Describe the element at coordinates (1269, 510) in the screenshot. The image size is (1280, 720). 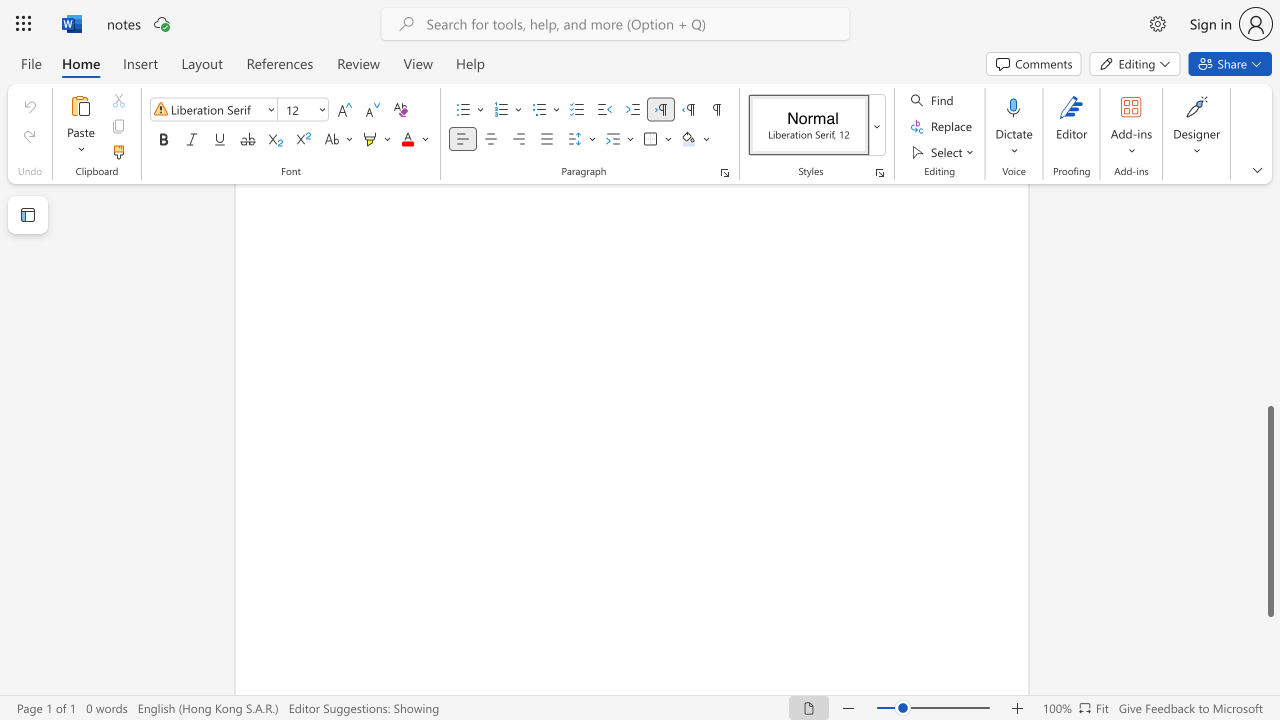
I see `the scrollbar and move down 80 pixels` at that location.